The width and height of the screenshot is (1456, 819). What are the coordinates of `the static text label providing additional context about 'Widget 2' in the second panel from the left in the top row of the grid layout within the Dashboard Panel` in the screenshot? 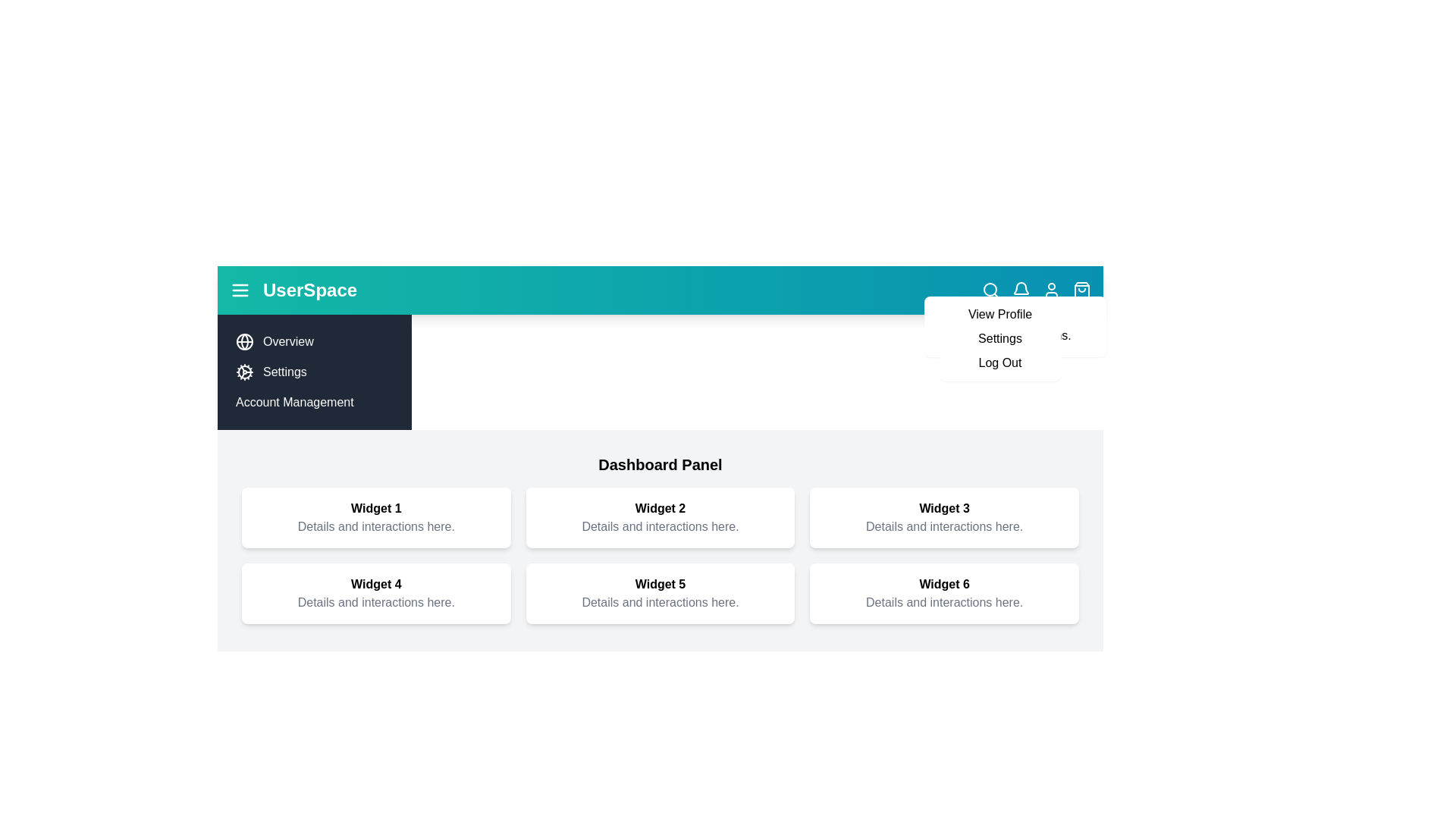 It's located at (660, 526).